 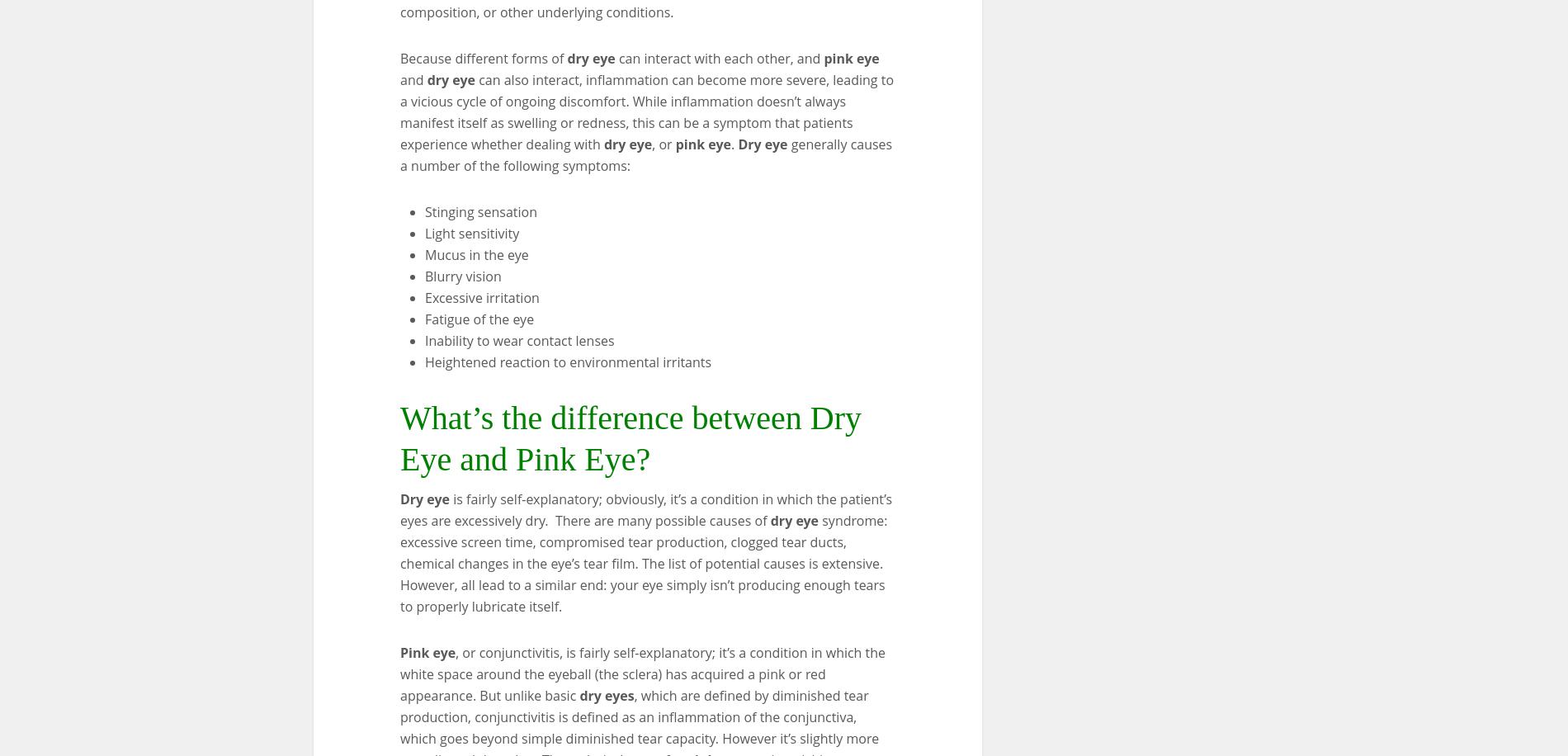 I want to click on 'can interact with each other, and', so click(x=718, y=56).